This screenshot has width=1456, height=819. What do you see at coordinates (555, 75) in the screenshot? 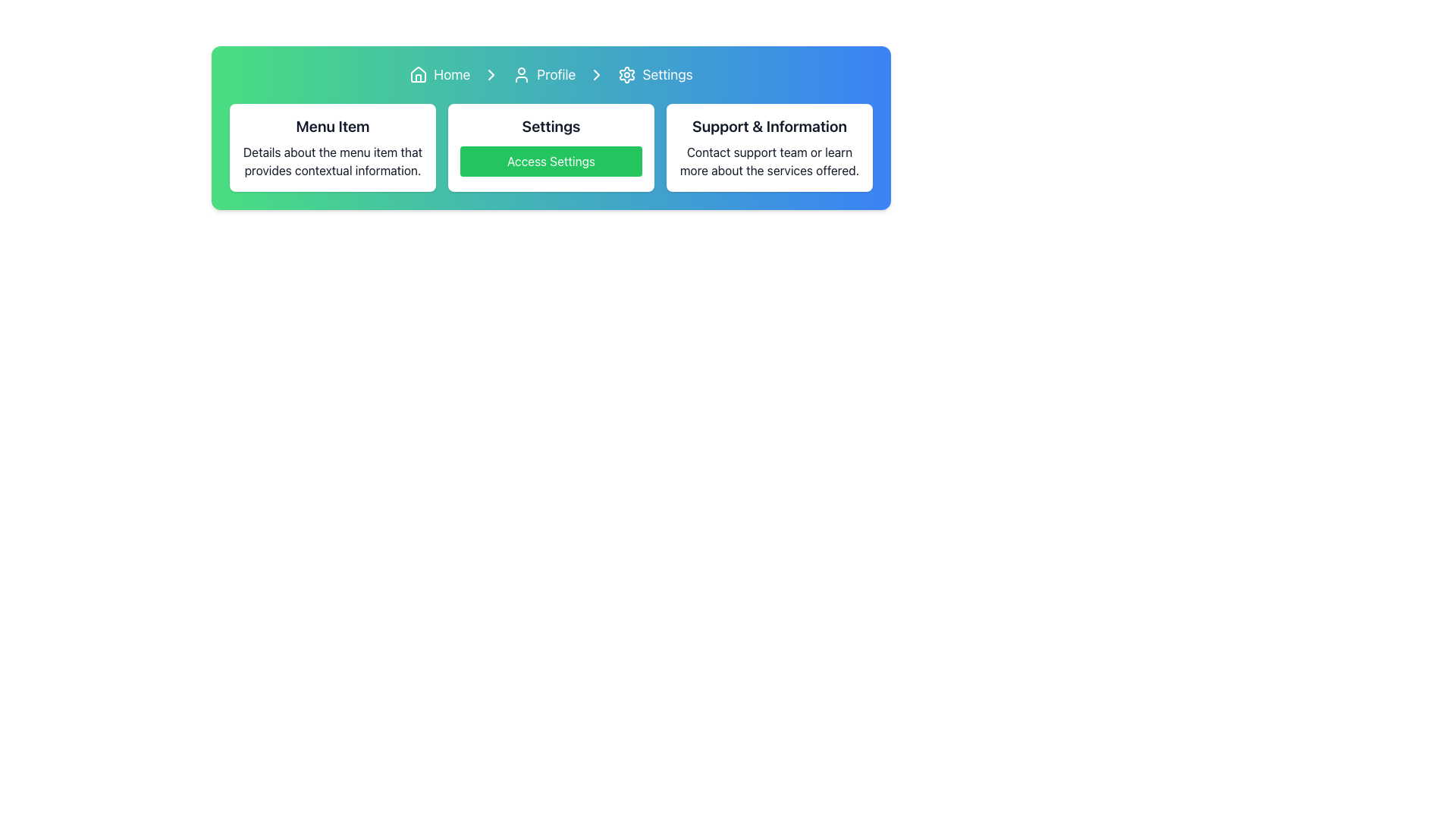
I see `the Static Text Label that represents the user profile section in the top navigation bar, located between the user profile icon and the 'Settings' label` at bounding box center [555, 75].